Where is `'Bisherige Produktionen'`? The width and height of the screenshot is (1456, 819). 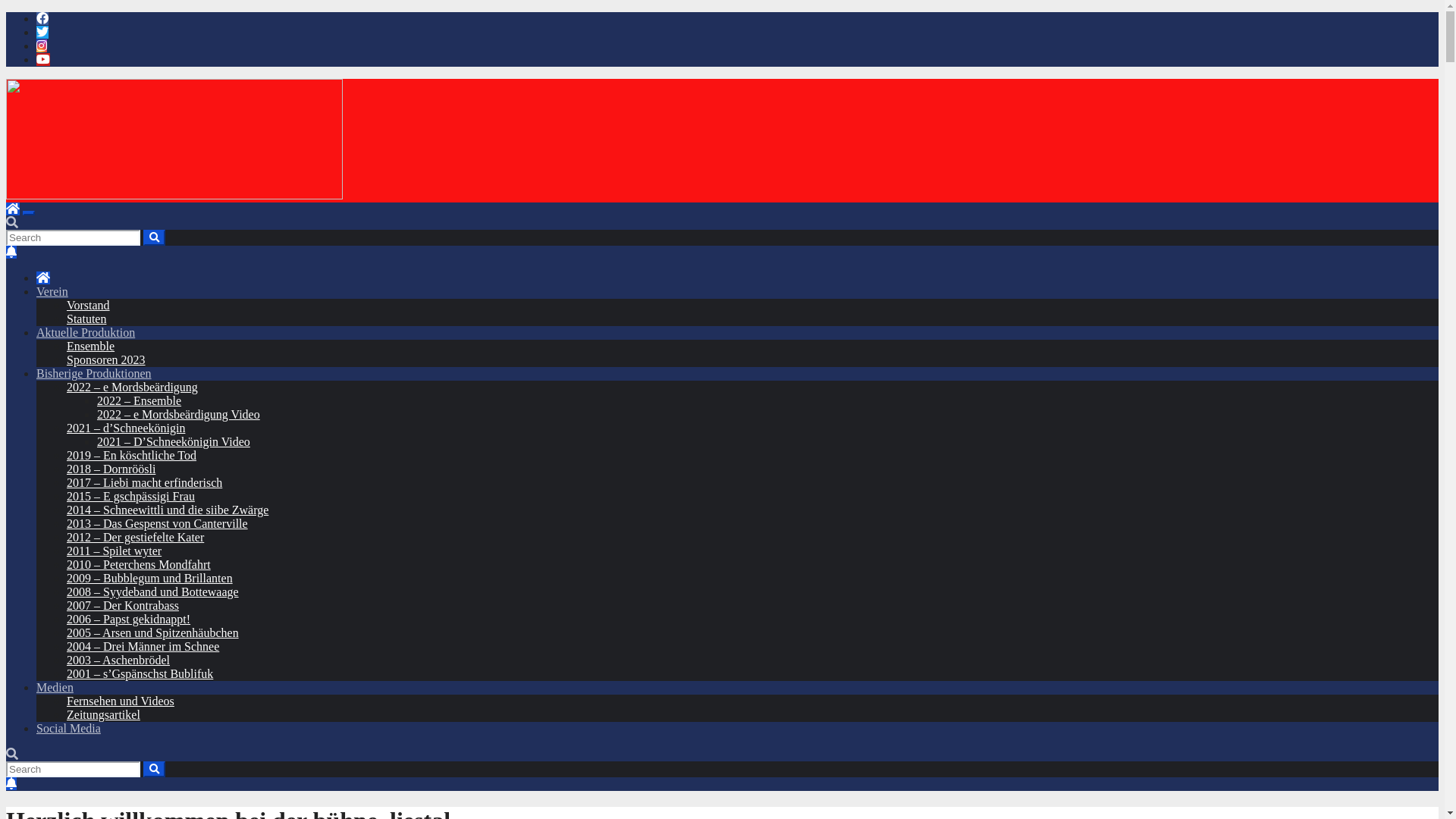
'Bisherige Produktionen' is located at coordinates (93, 373).